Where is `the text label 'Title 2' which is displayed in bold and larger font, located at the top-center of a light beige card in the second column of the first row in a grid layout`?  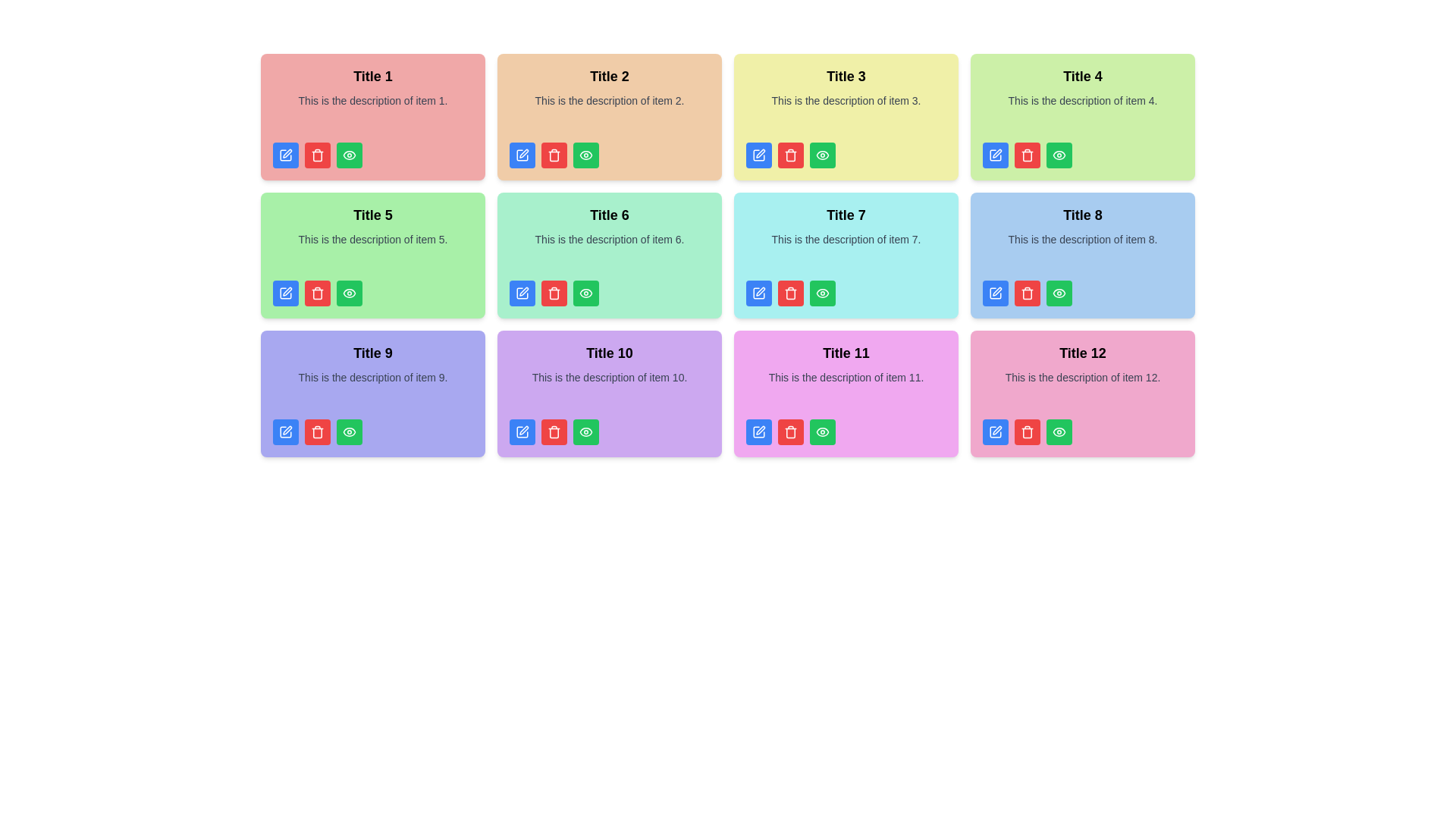
the text label 'Title 2' which is displayed in bold and larger font, located at the top-center of a light beige card in the second column of the first row in a grid layout is located at coordinates (610, 76).